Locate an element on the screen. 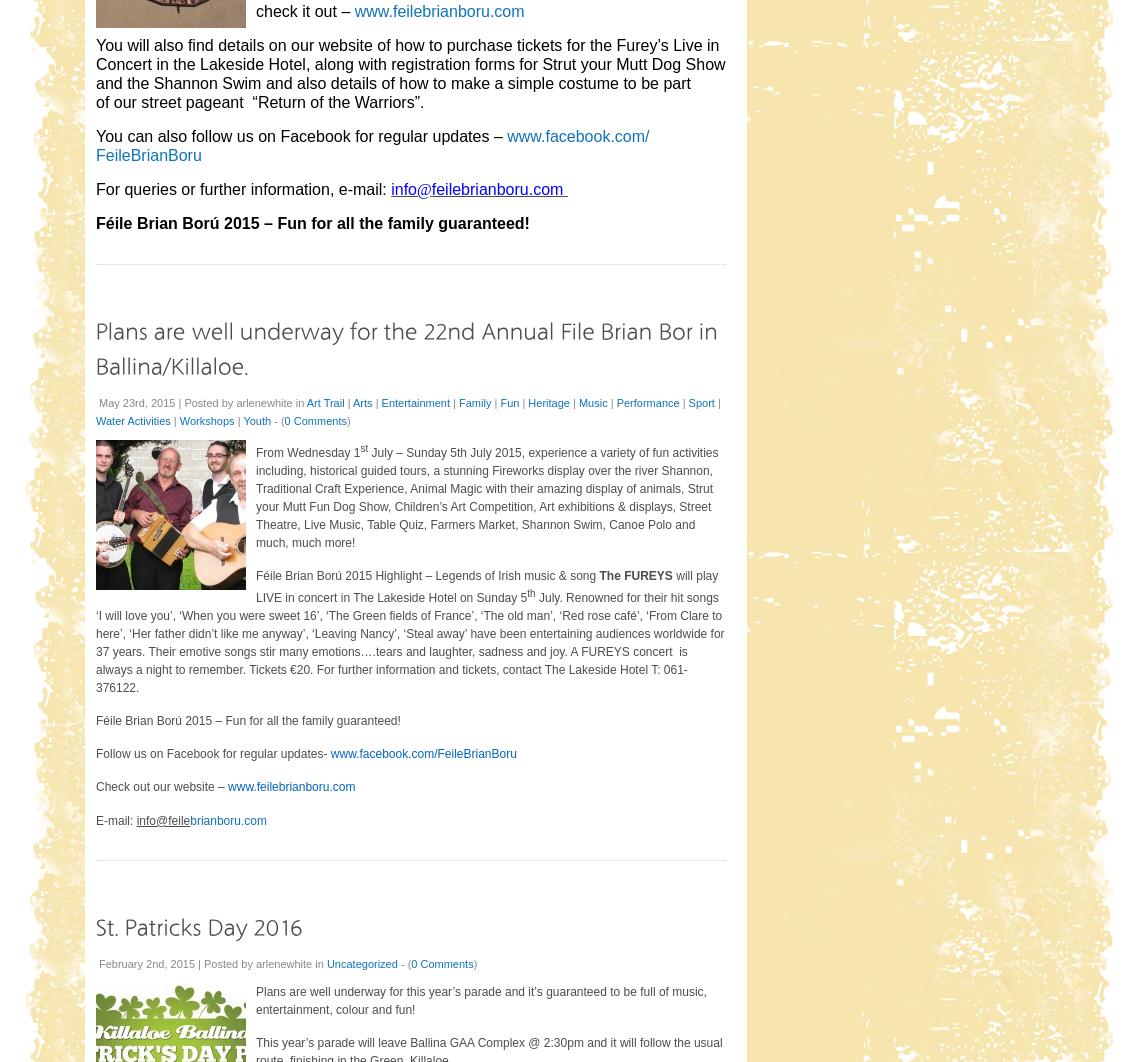 This screenshot has width=1140, height=1062. 'Music' is located at coordinates (577, 400).